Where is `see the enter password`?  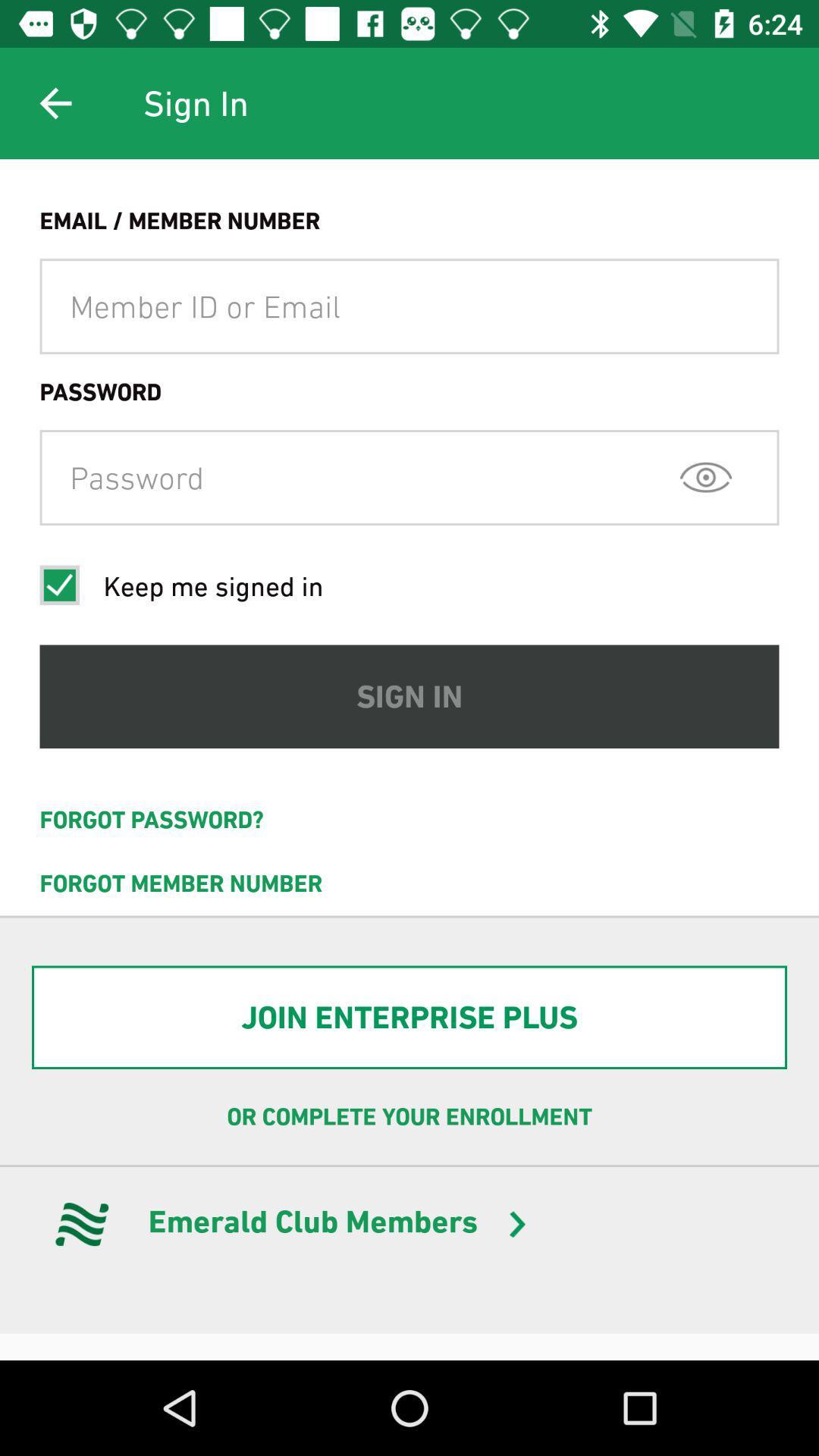 see the enter password is located at coordinates (706, 476).